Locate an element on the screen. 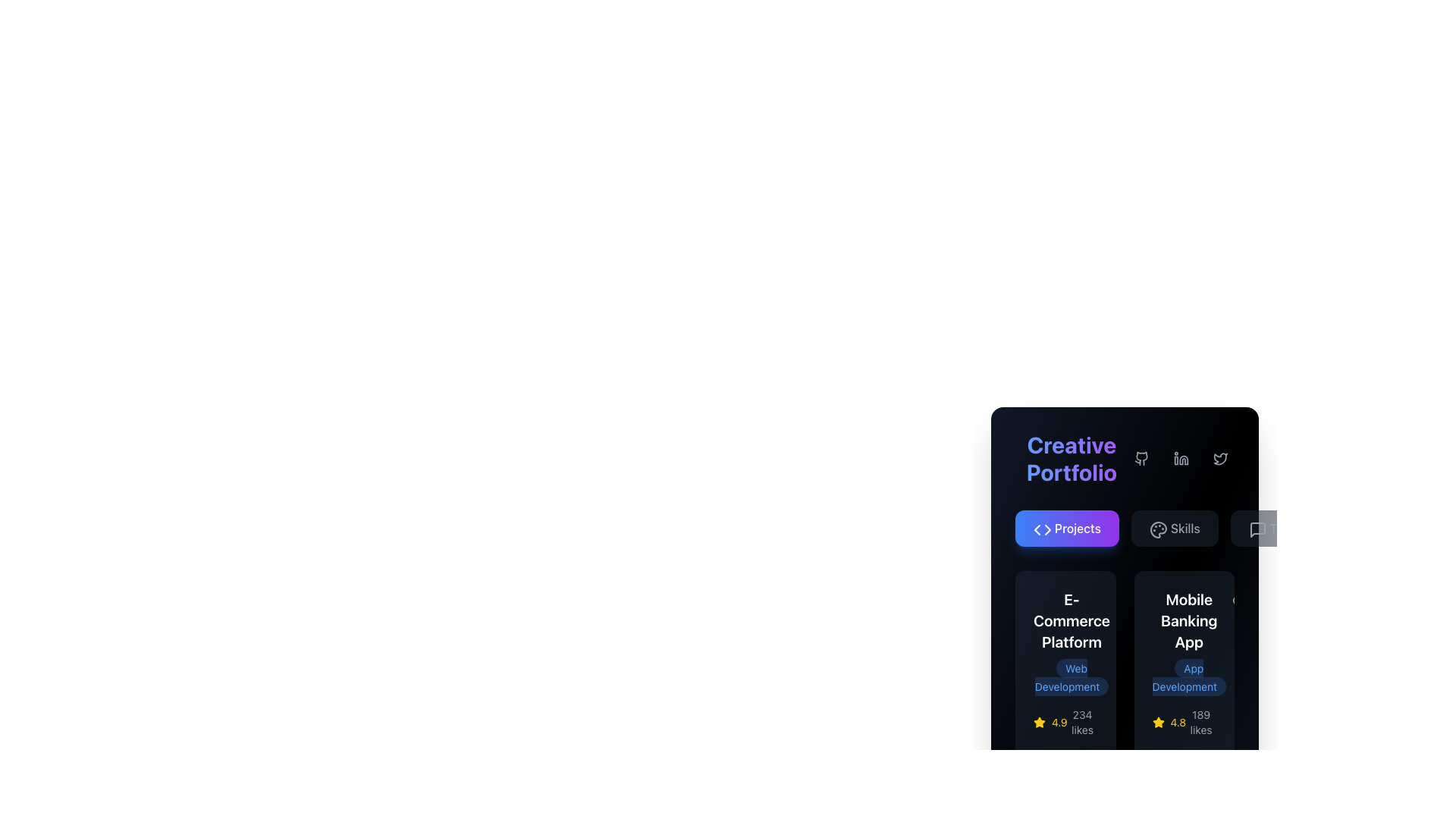 This screenshot has width=1456, height=819. the messaging IconButton located in the top-right corner of the main interface, adjacent to the Skills button is located at coordinates (1257, 529).